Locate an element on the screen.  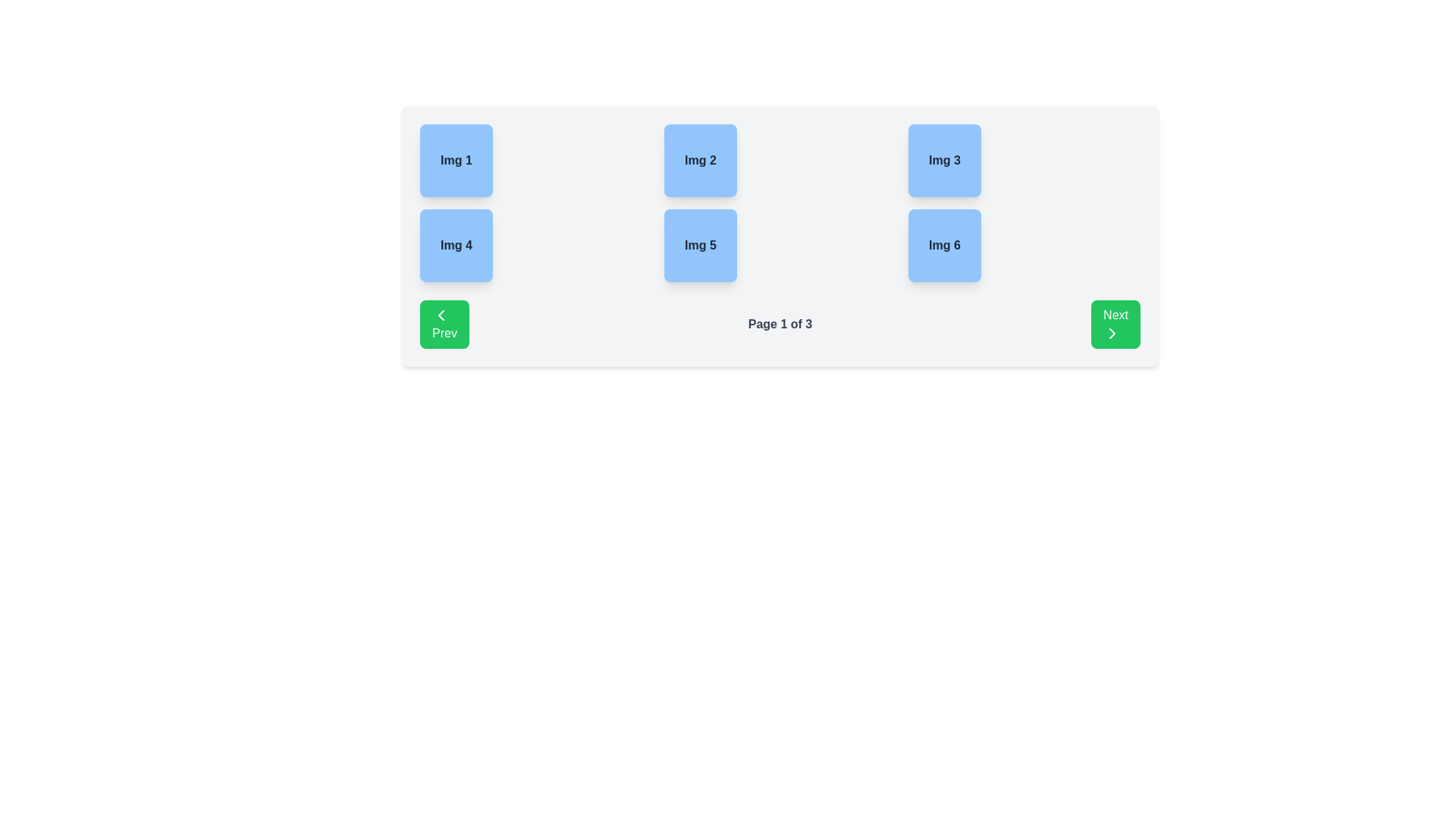
the 'Prev' button icon located in the bottom-left corner of the interface is located at coordinates (440, 315).